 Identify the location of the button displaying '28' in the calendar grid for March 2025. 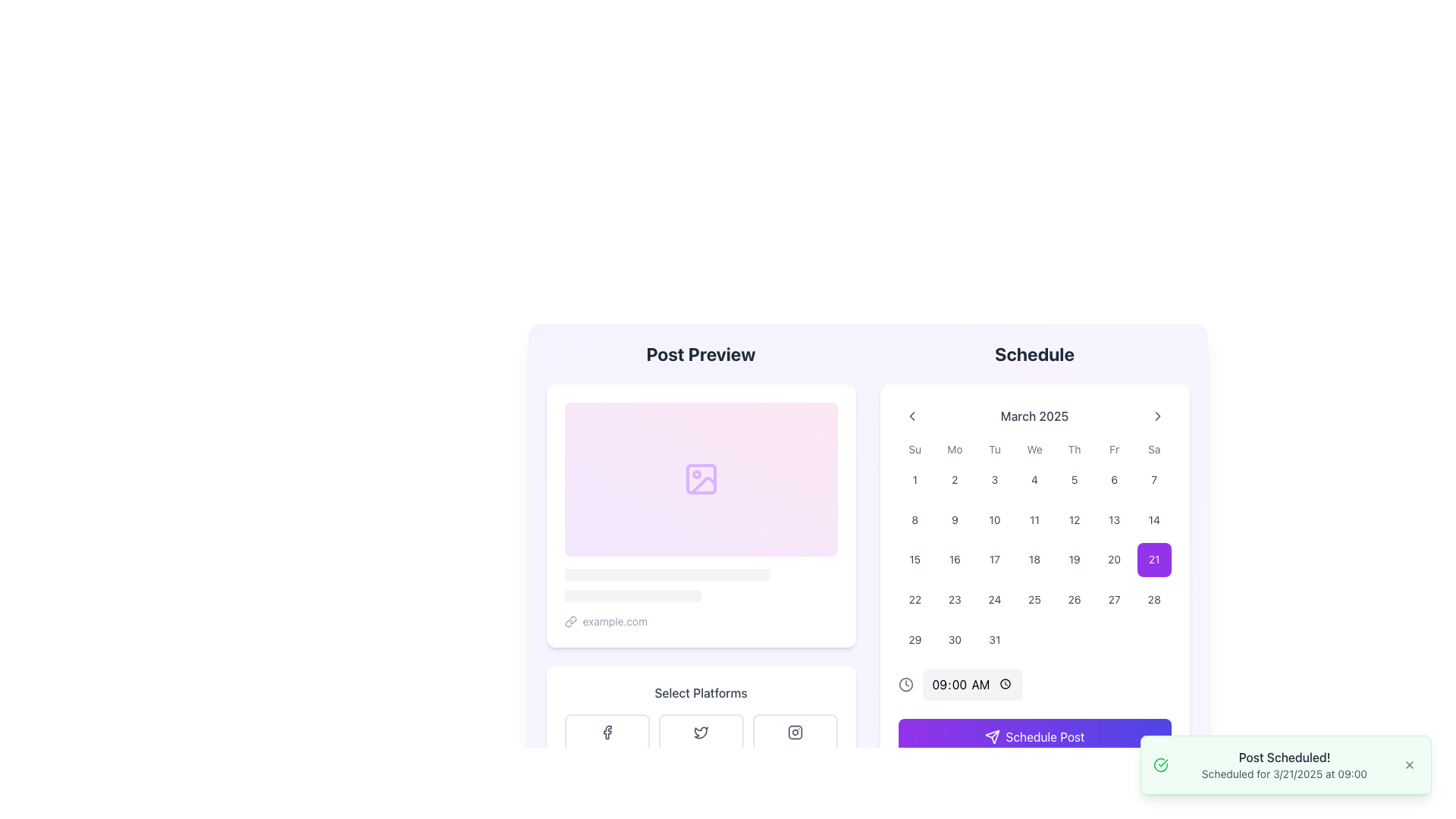
(1153, 598).